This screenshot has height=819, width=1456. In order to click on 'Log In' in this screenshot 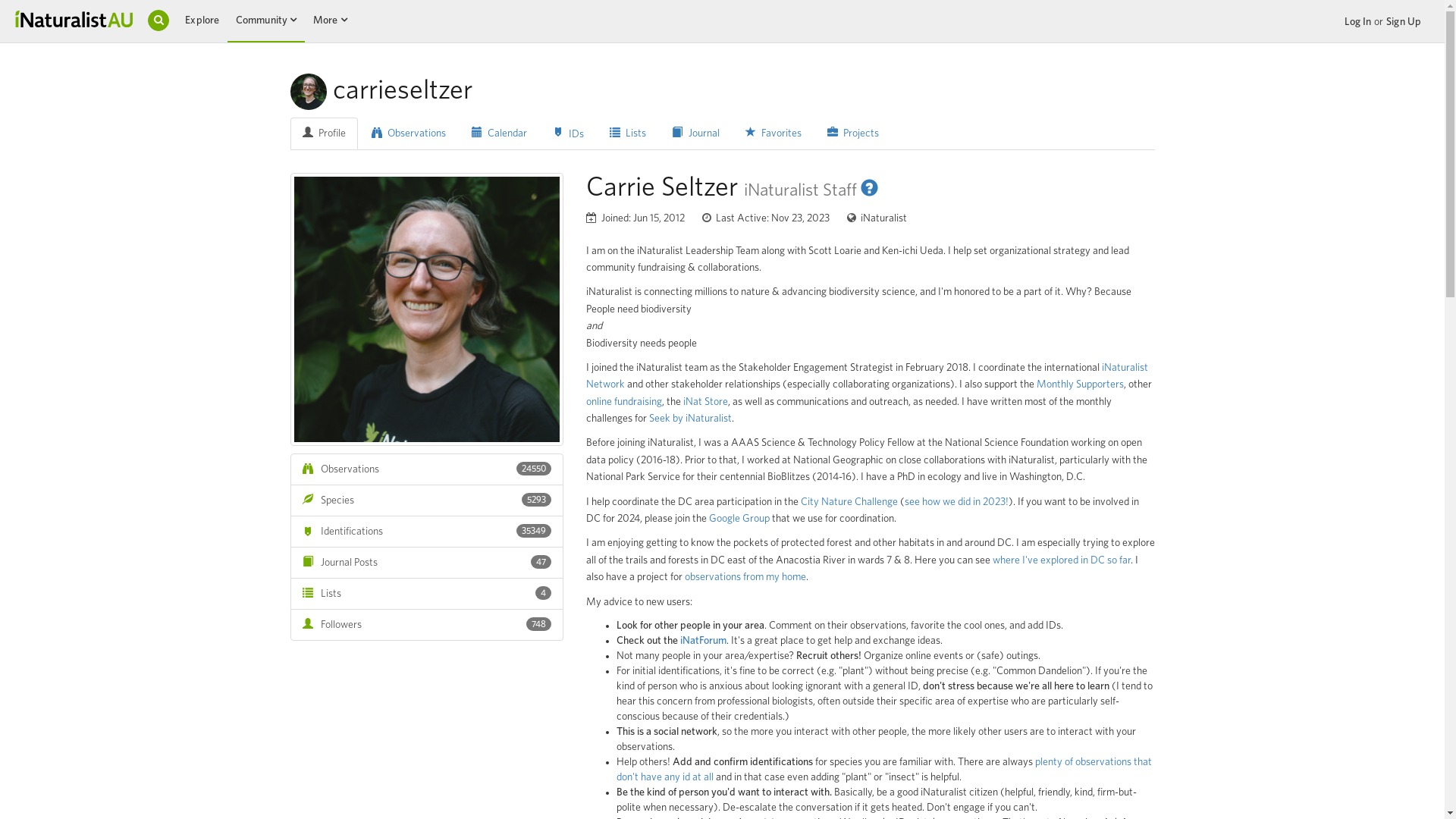, I will do `click(1343, 22)`.